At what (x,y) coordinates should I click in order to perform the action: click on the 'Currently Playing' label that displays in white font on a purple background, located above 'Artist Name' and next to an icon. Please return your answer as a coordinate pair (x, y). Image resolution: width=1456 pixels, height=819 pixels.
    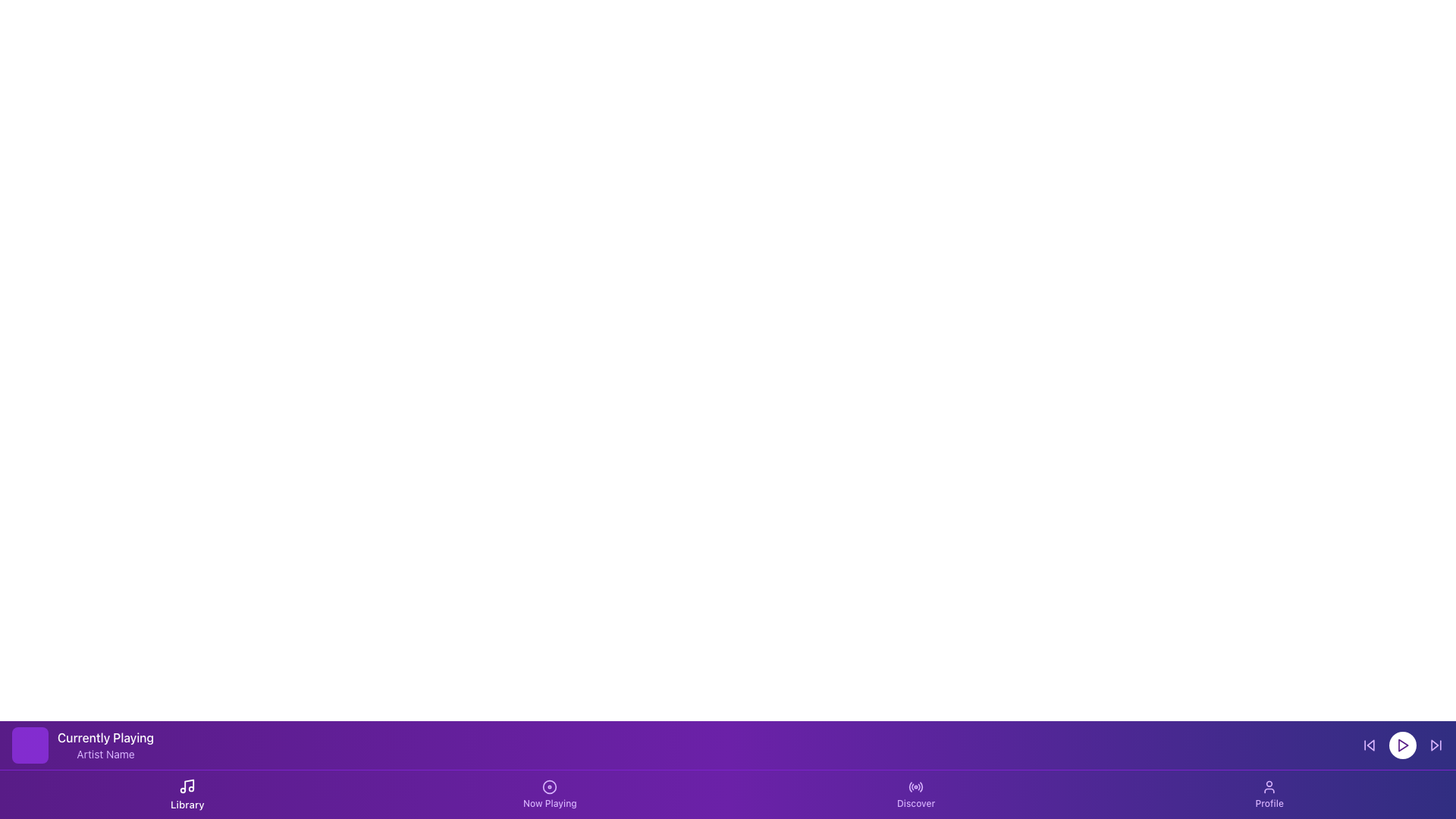
    Looking at the image, I should click on (105, 736).